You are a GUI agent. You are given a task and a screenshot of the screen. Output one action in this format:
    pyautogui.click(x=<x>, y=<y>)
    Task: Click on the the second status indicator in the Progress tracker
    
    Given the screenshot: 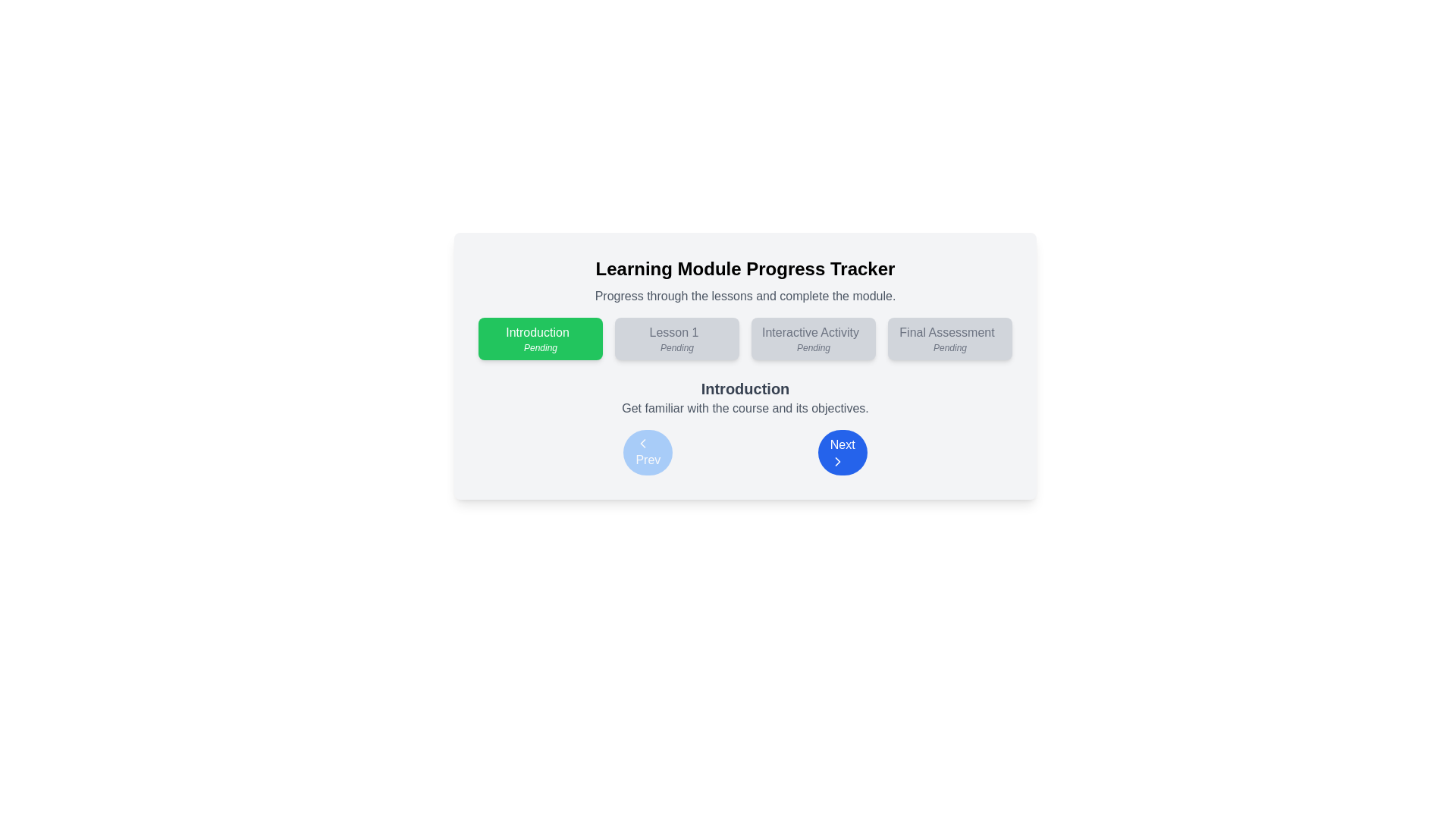 What is the action you would take?
    pyautogui.click(x=745, y=338)
    